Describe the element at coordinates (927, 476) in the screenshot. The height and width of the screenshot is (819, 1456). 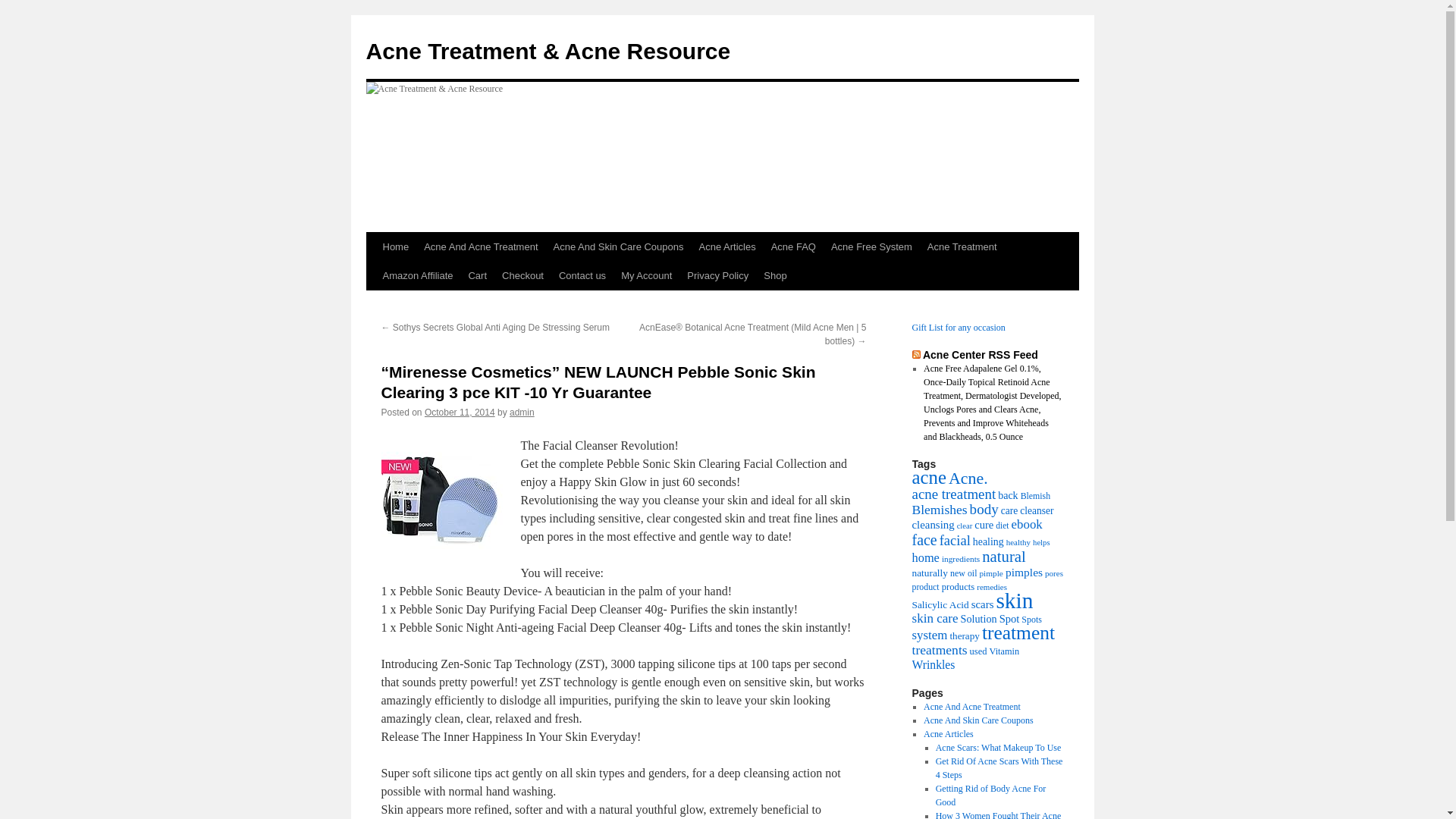
I see `'acne'` at that location.